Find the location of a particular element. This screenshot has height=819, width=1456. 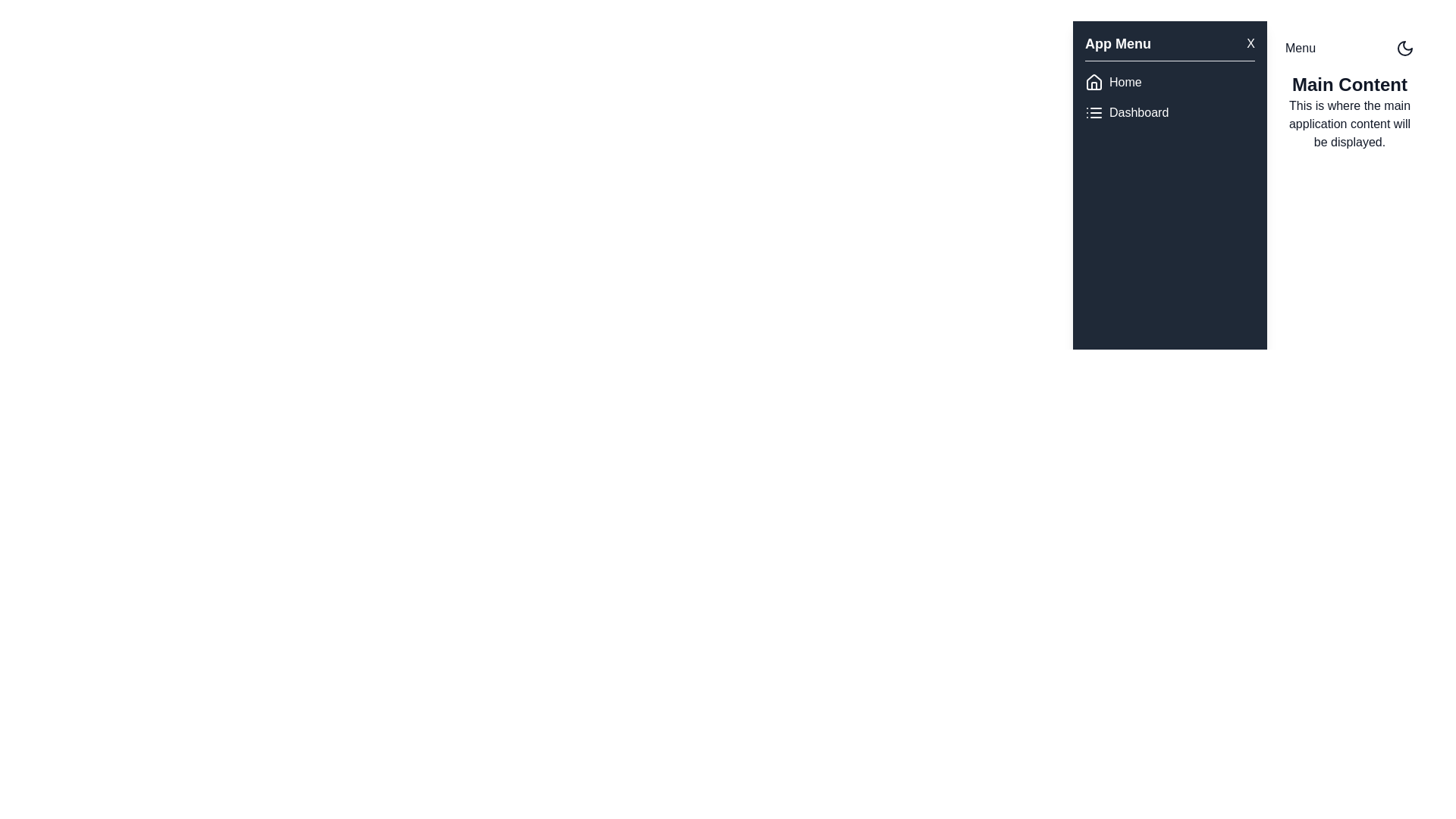

the 'X' close button, which is a white 'X' icon on a dark background, positioned to the right of the 'App Menu' header is located at coordinates (1250, 42).